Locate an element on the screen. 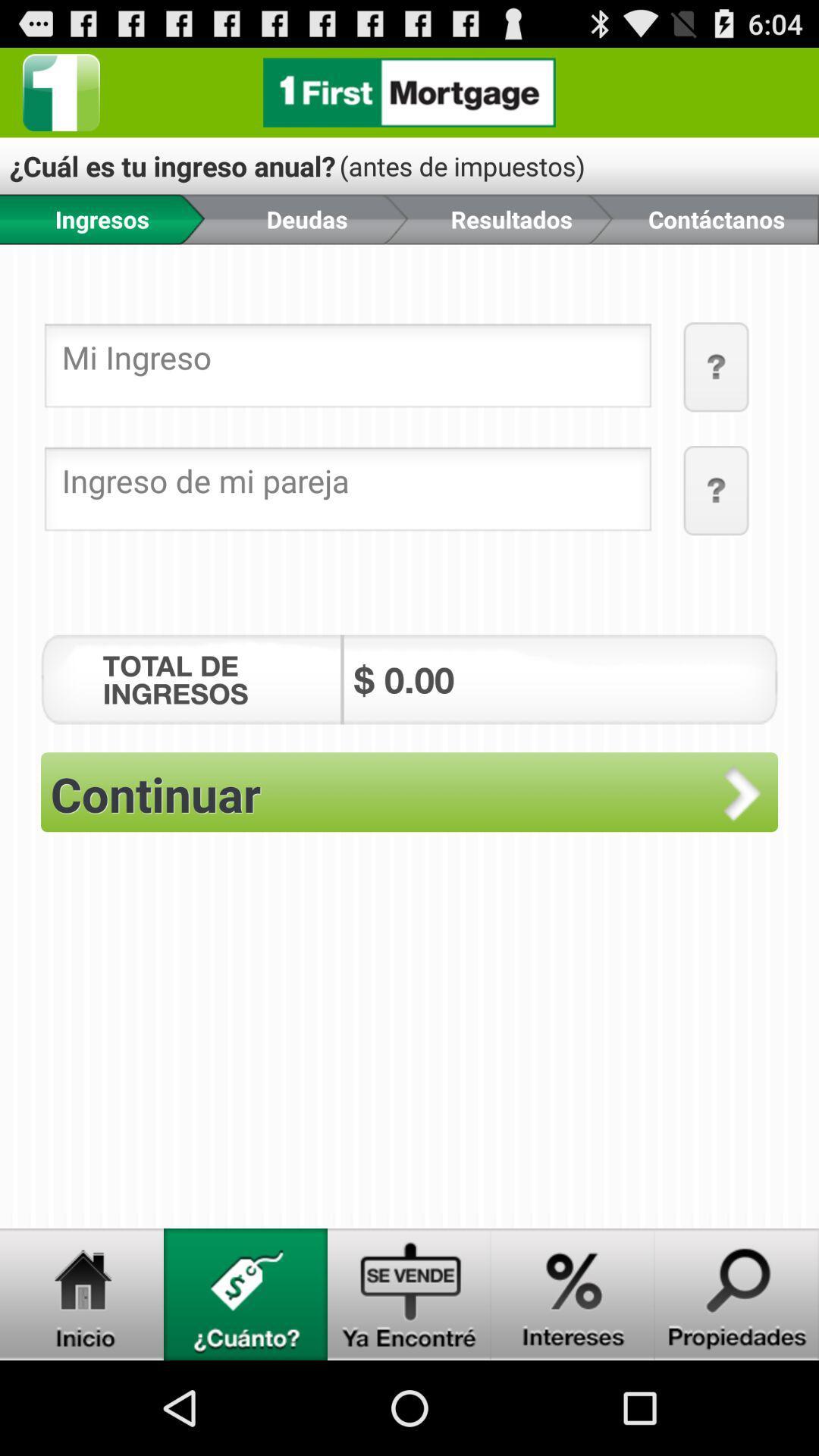 The width and height of the screenshot is (819, 1456). the help icon is located at coordinates (717, 526).